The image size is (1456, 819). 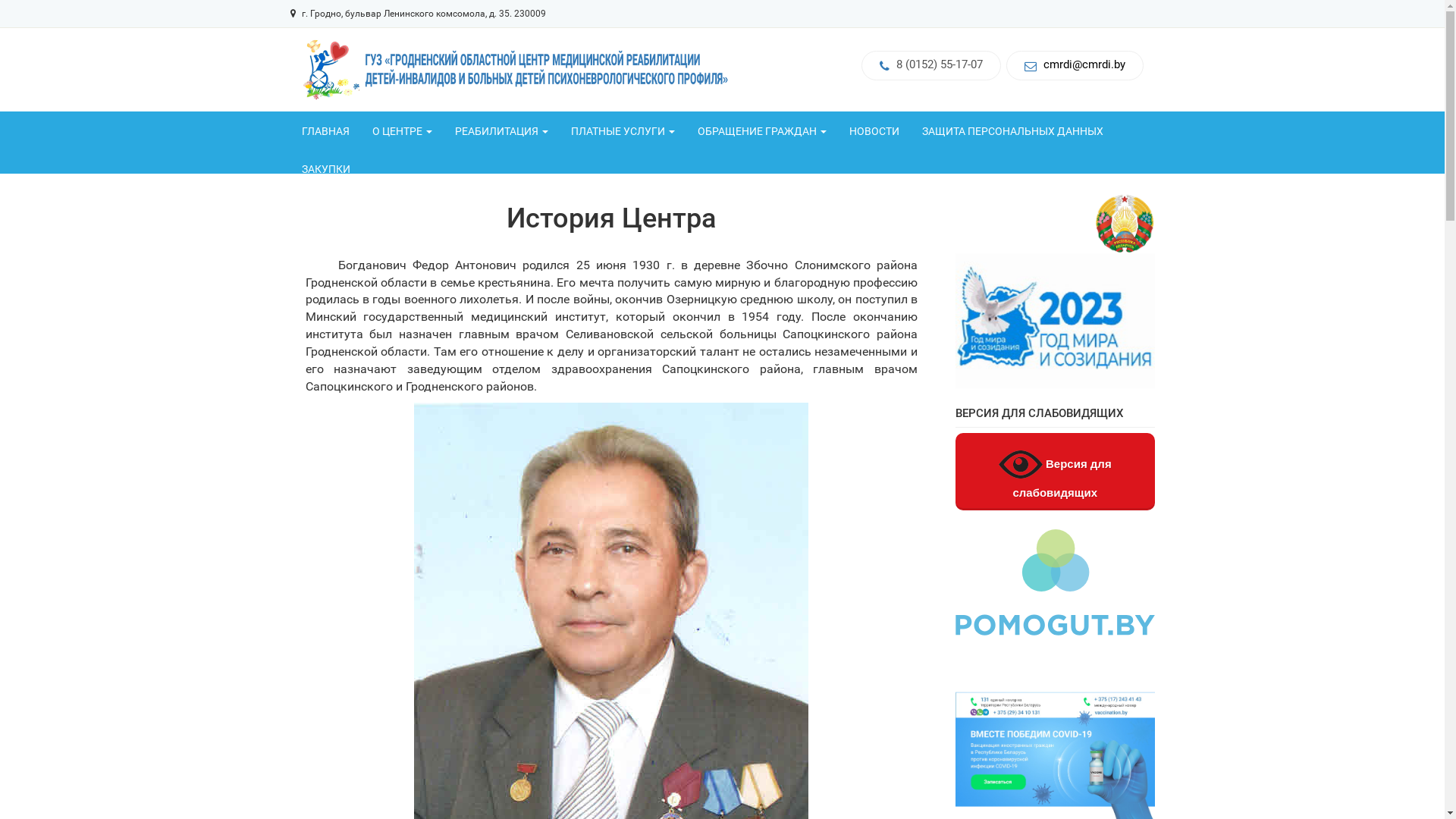 What do you see at coordinates (1043, 64) in the screenshot?
I see `'cmrdi@cmrdi.by'` at bounding box center [1043, 64].